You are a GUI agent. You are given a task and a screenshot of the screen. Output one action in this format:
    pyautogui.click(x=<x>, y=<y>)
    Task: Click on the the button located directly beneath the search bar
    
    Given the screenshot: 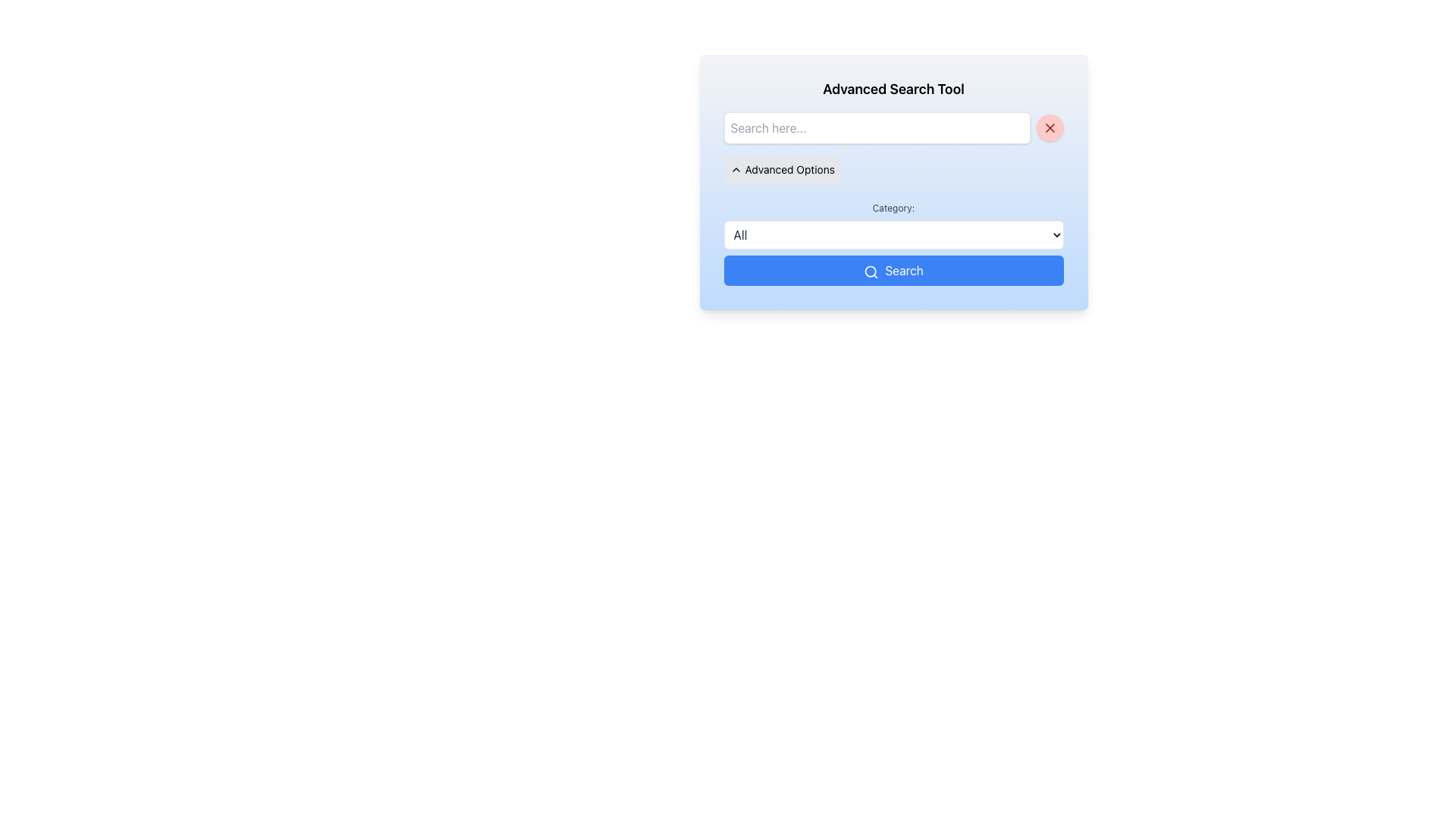 What is the action you would take?
    pyautogui.click(x=782, y=169)
    